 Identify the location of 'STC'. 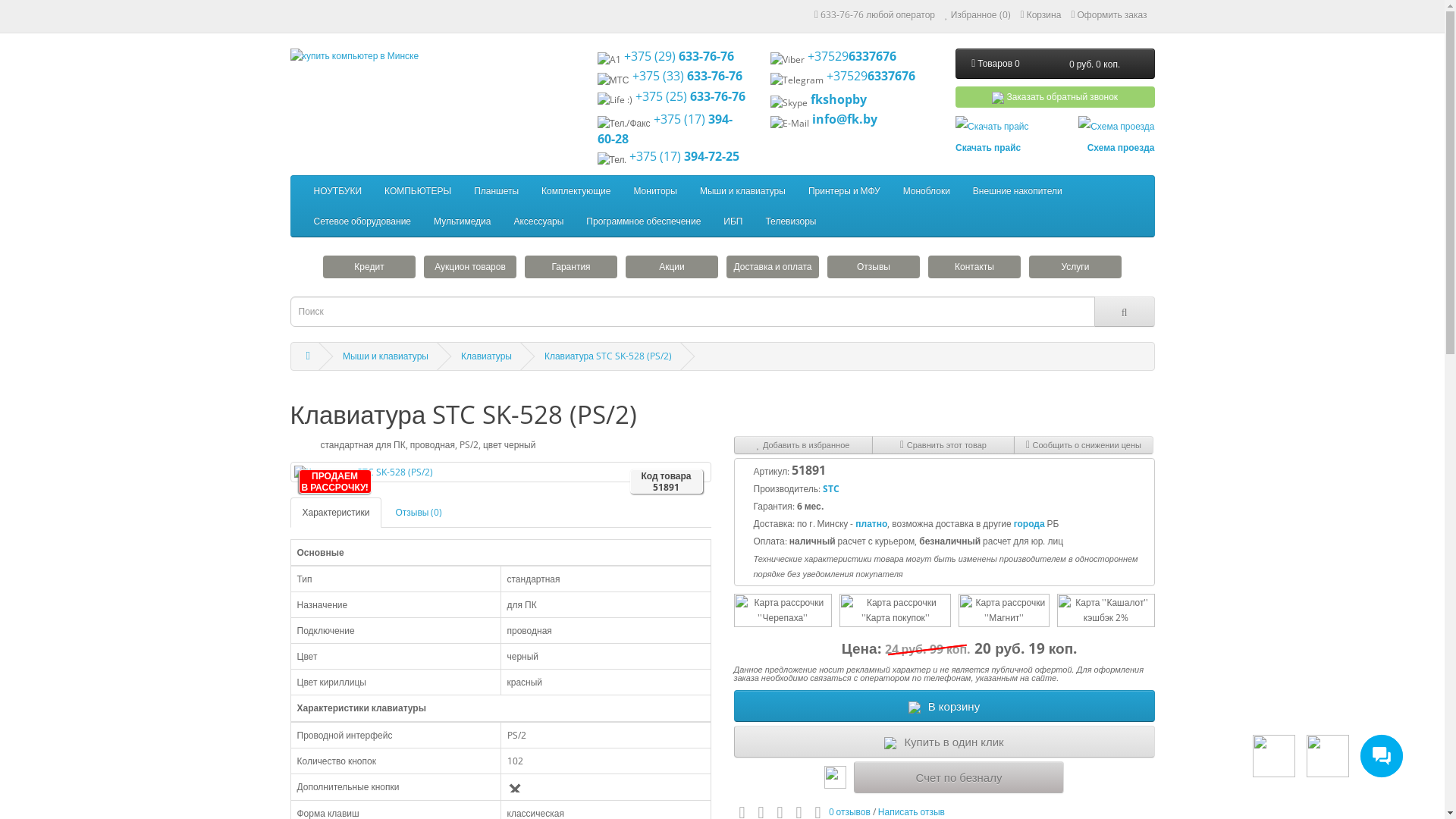
(830, 488).